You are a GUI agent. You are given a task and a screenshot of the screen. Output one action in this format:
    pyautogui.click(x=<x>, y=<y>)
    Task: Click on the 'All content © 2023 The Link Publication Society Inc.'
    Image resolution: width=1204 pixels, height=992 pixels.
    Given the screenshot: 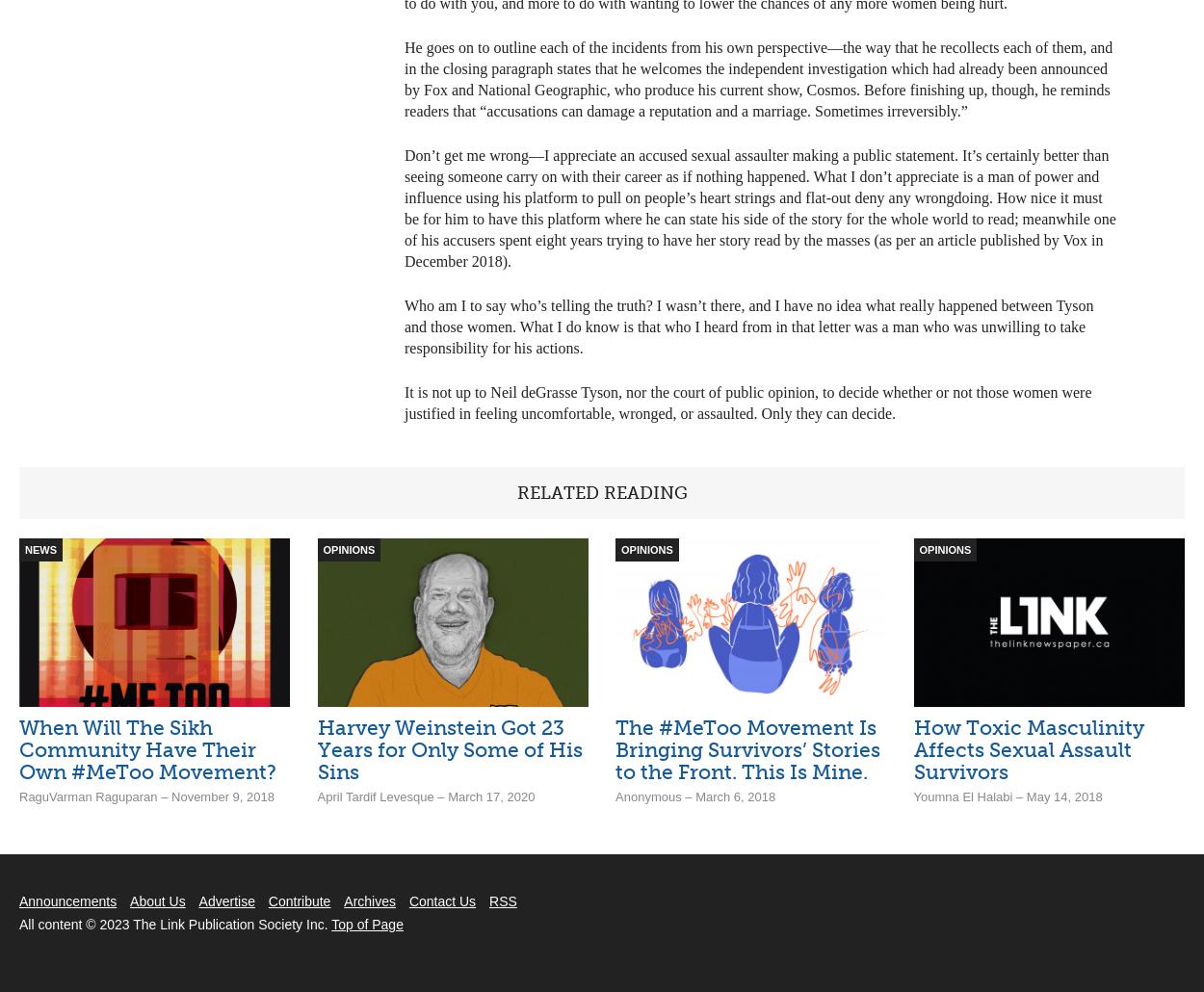 What is the action you would take?
    pyautogui.click(x=175, y=923)
    